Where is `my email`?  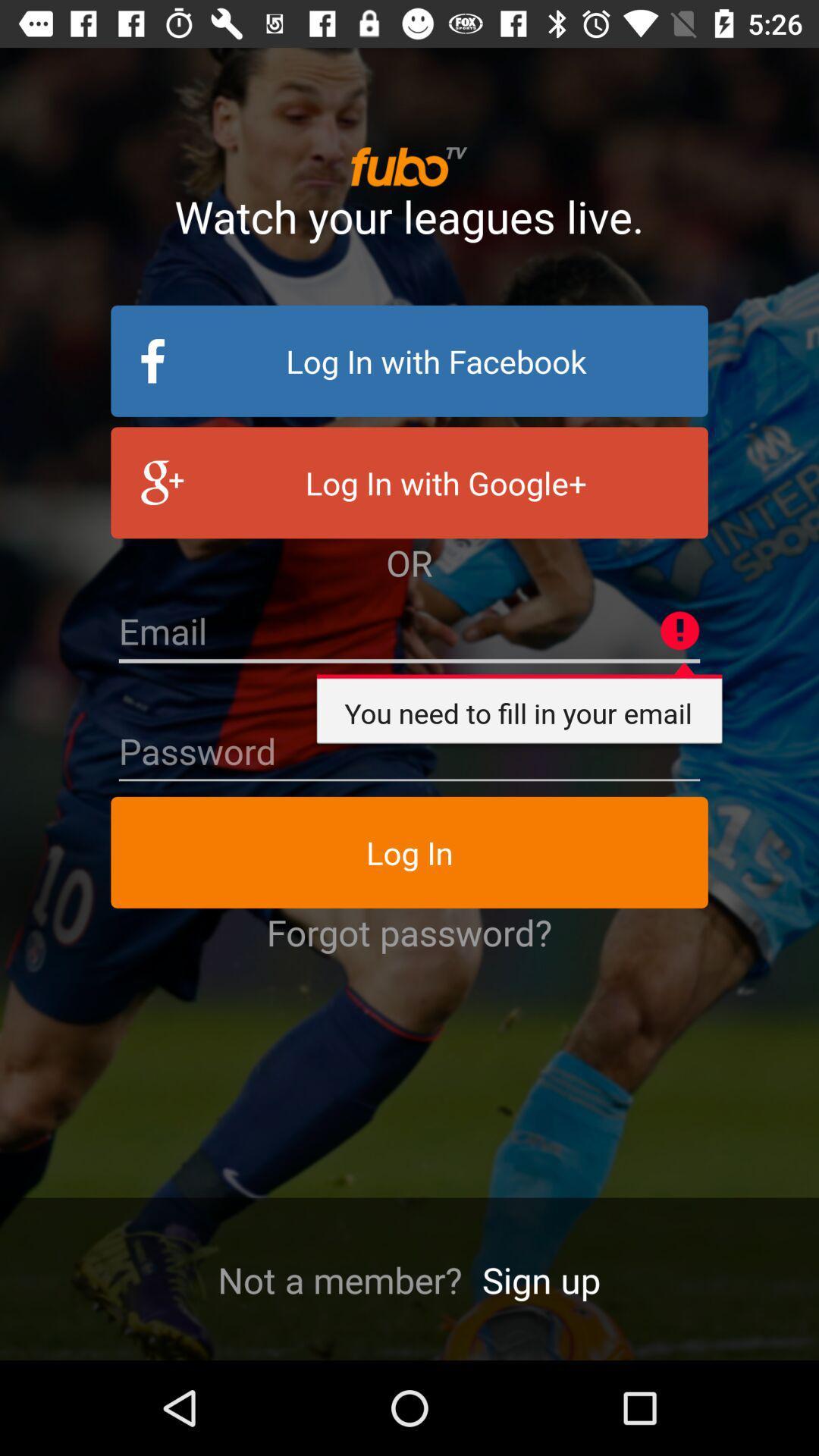
my email is located at coordinates (409, 632).